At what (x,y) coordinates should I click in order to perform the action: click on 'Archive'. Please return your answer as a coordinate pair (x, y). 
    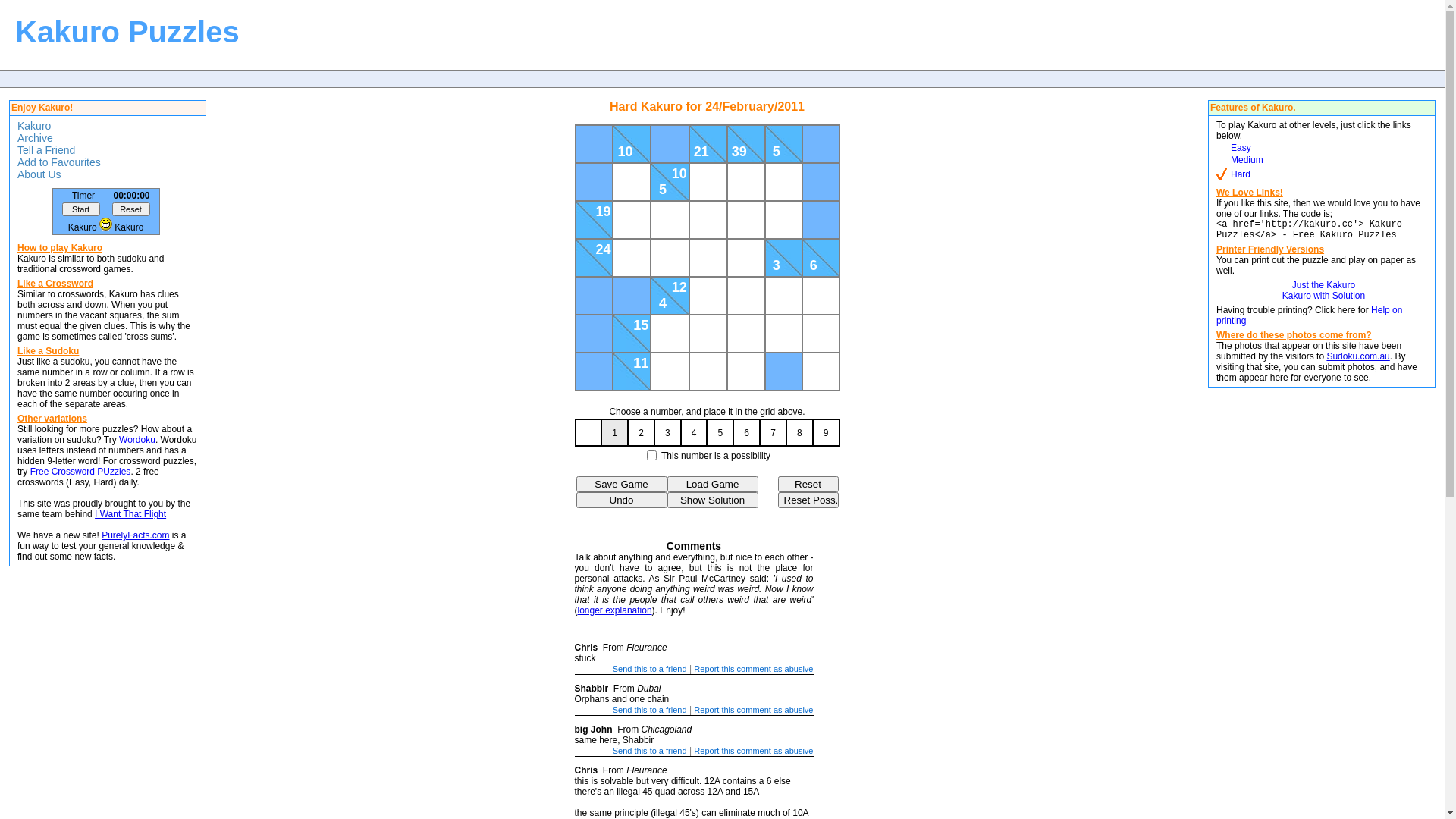
    Looking at the image, I should click on (14, 137).